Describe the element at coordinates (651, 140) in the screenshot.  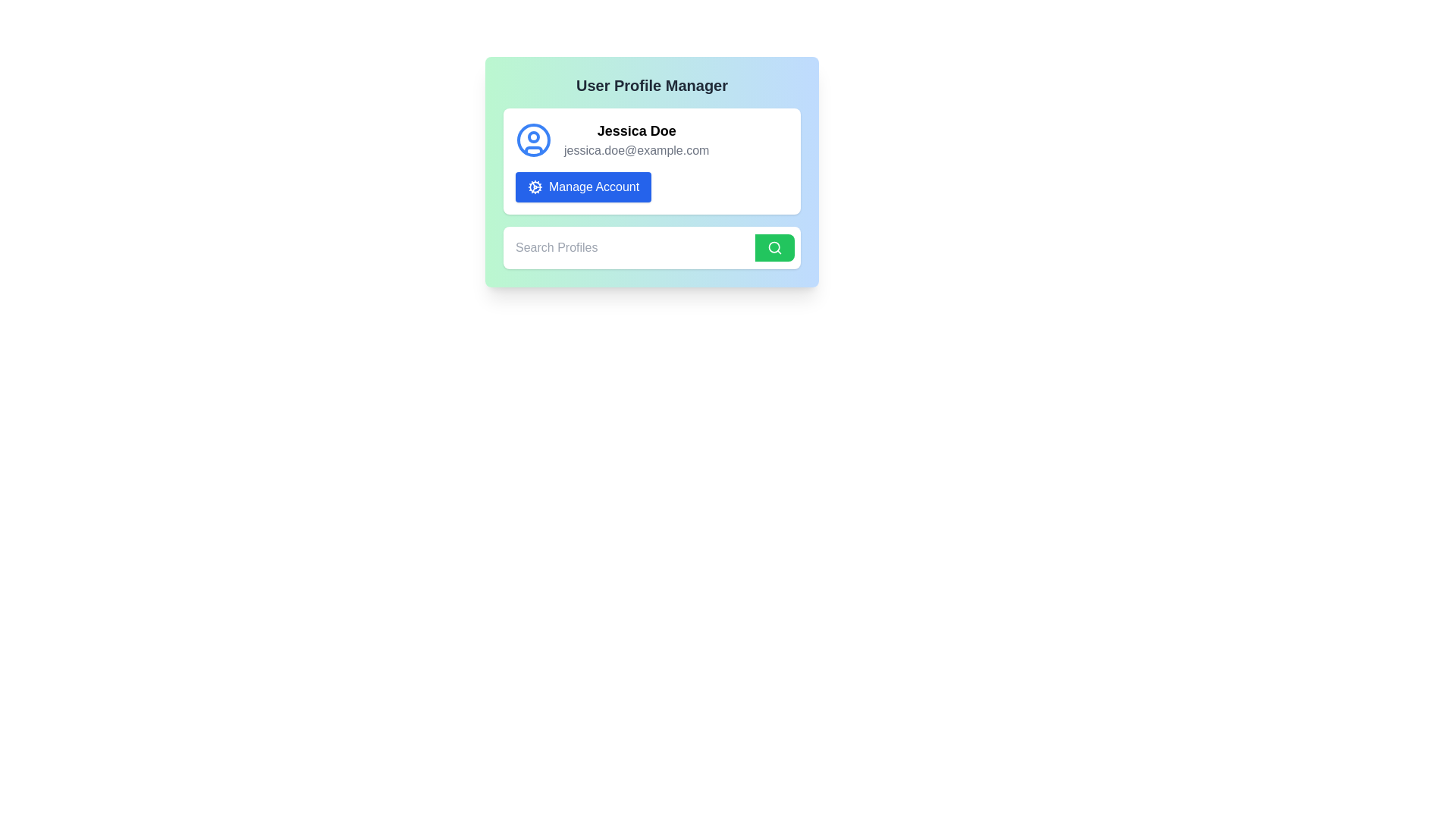
I see `details displayed in the composite display component showing 'Jessica Doe' and 'jessica.doe@example.com' located at the top section of the card, right of the user avatar icon` at that location.